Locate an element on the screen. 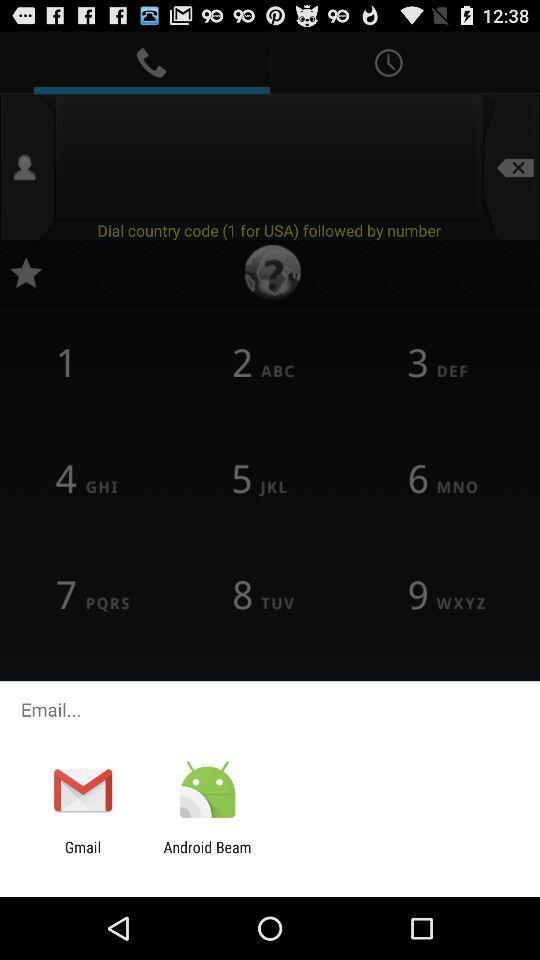 Image resolution: width=540 pixels, height=960 pixels. the item next to the gmail icon is located at coordinates (206, 855).